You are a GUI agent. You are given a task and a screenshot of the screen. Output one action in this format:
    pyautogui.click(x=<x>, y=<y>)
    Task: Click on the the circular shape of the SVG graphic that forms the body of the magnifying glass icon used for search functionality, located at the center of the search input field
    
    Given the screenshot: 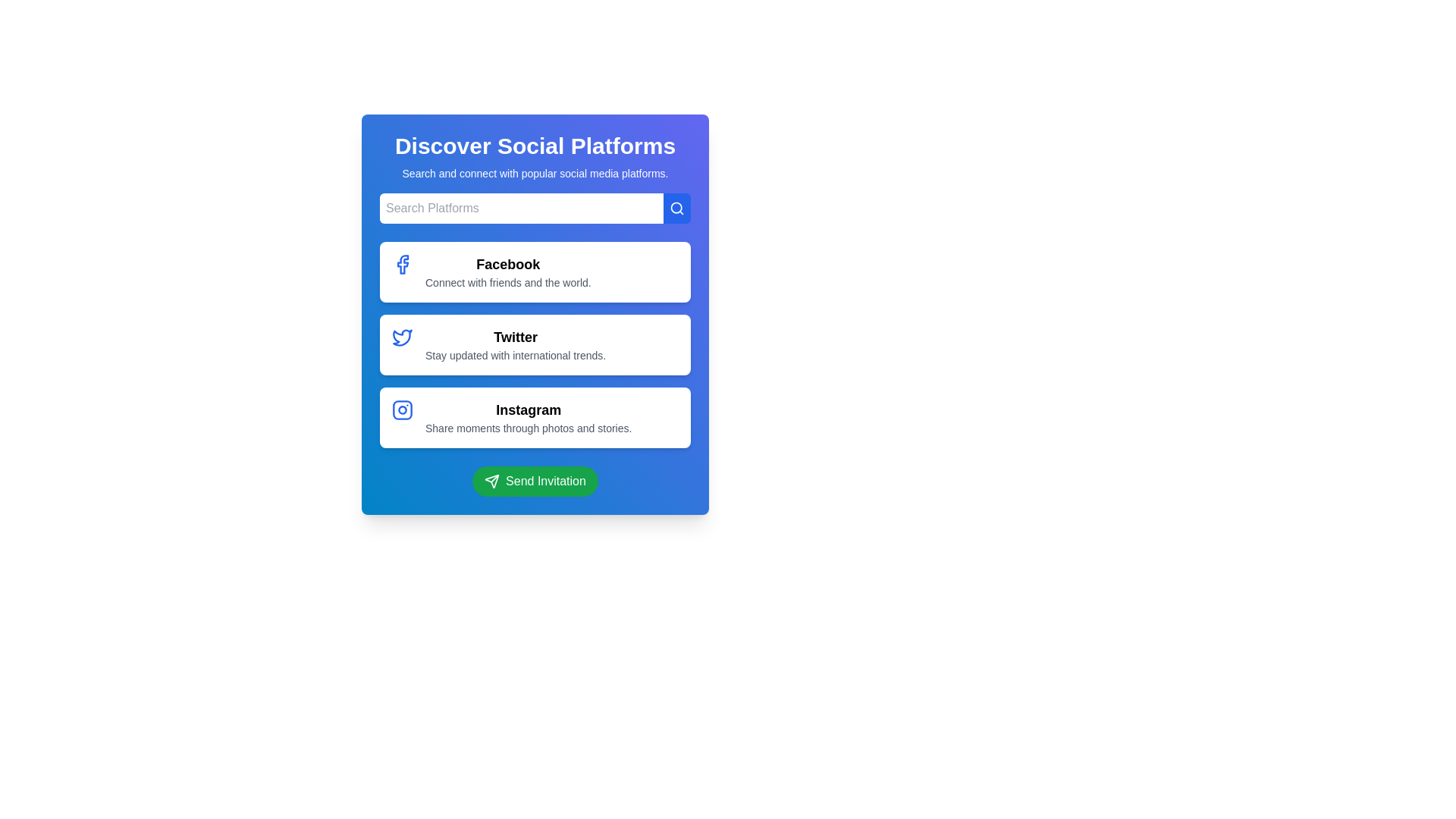 What is the action you would take?
    pyautogui.click(x=676, y=208)
    